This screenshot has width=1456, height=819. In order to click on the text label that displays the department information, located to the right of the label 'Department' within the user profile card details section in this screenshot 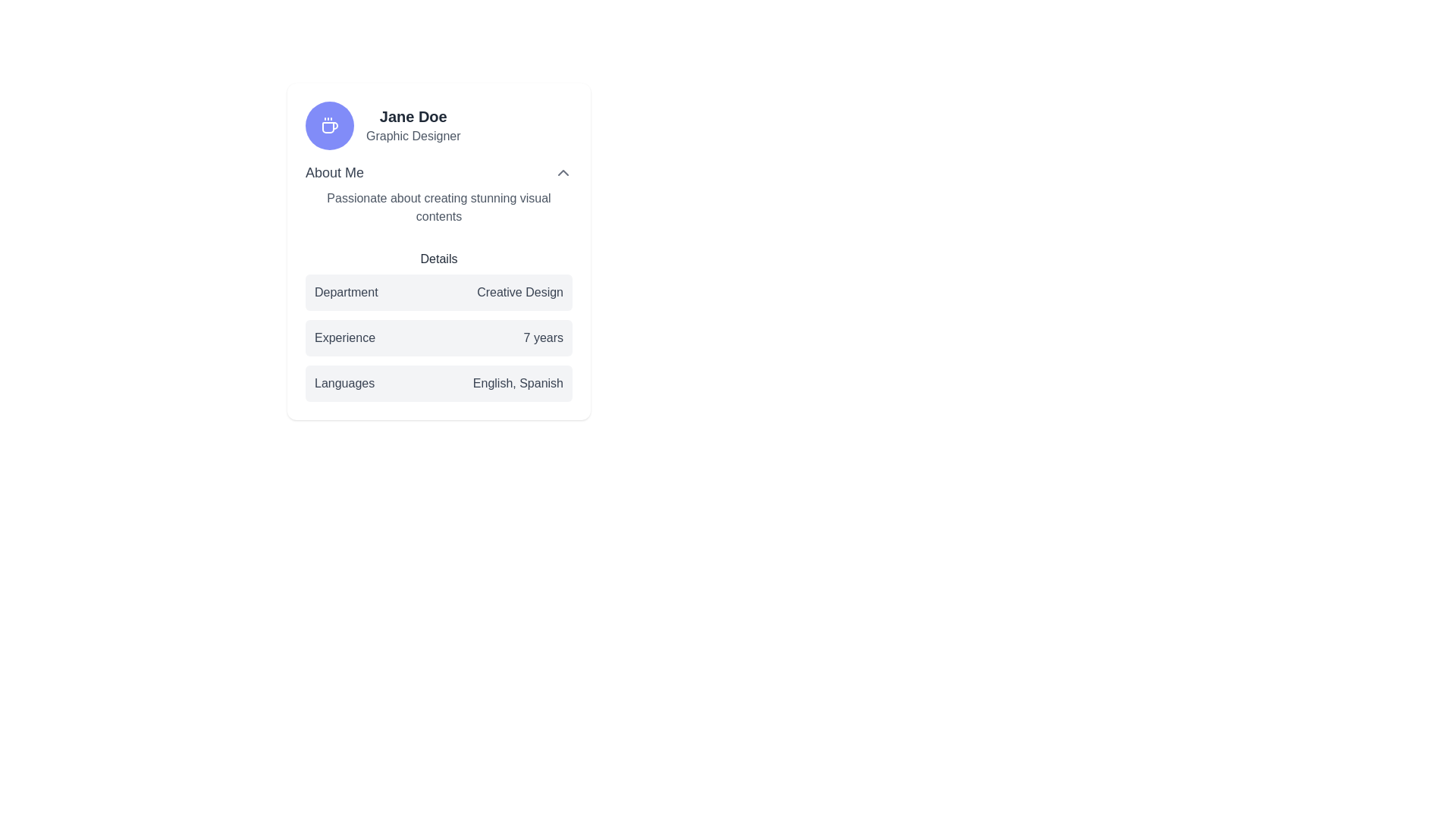, I will do `click(520, 292)`.